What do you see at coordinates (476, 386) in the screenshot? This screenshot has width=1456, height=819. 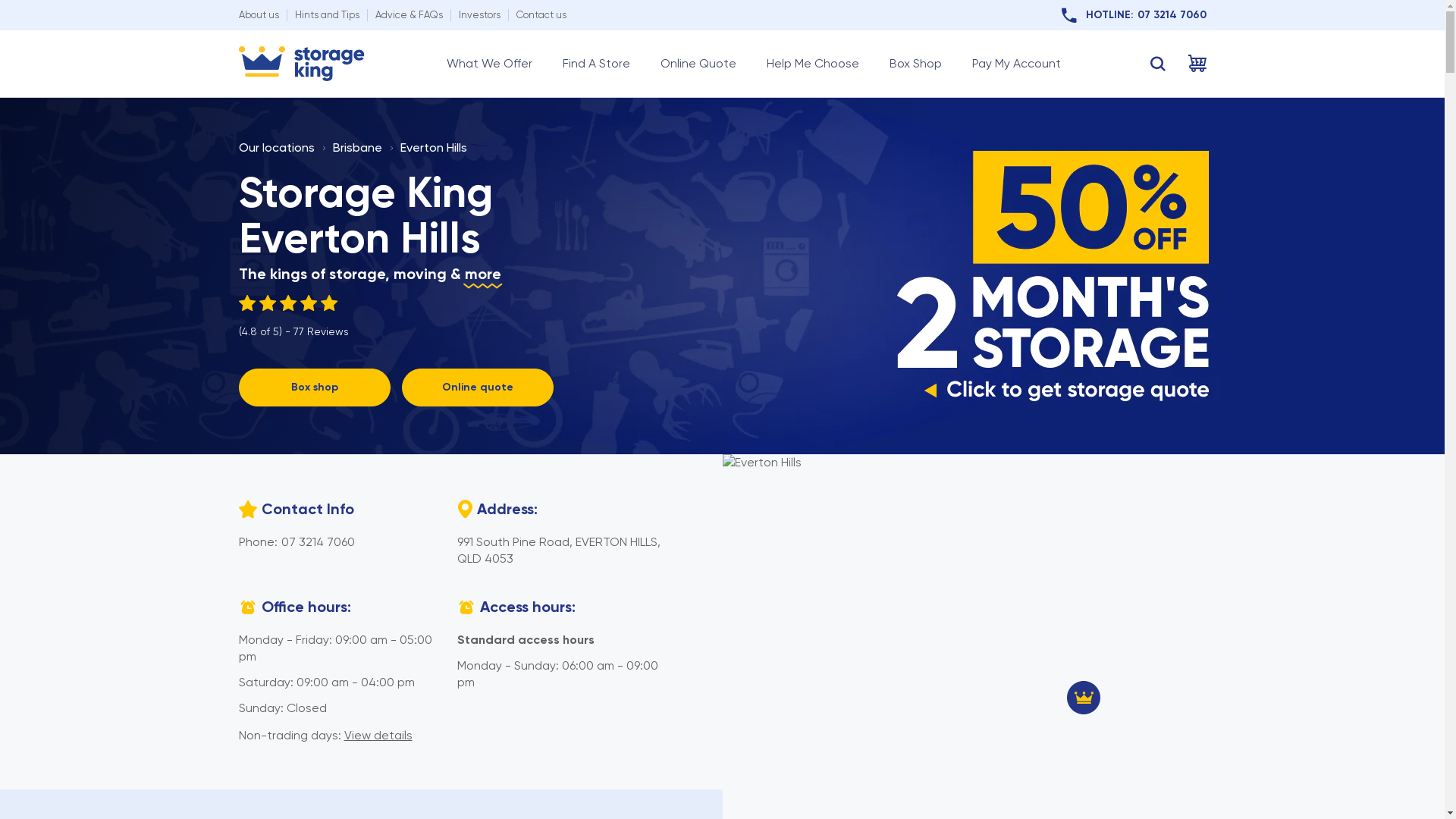 I see `'Online quote'` at bounding box center [476, 386].